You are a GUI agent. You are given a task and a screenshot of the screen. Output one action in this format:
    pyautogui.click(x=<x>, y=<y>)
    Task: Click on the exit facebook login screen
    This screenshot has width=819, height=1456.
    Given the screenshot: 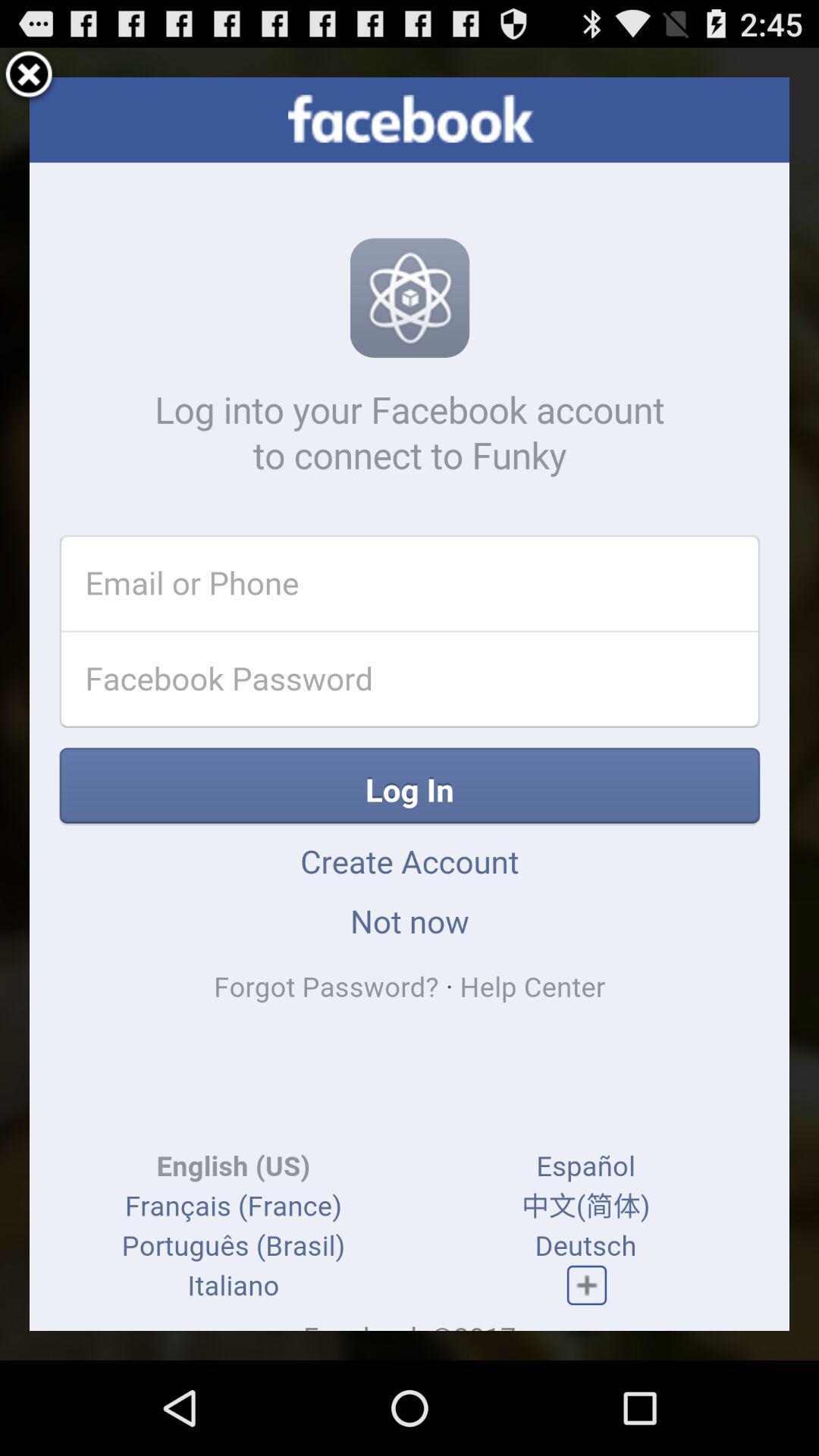 What is the action you would take?
    pyautogui.click(x=29, y=76)
    